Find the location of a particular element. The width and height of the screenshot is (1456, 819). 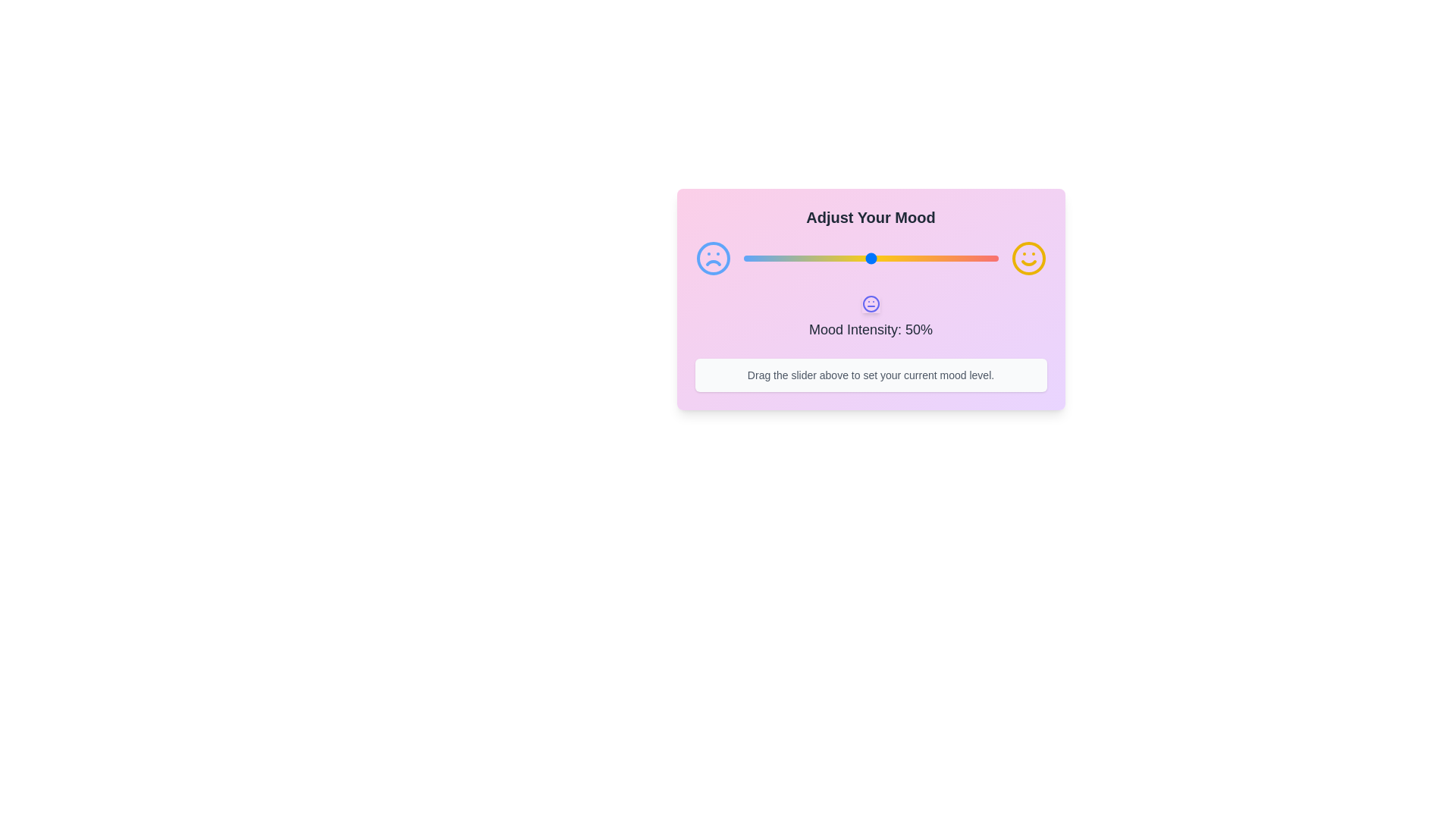

the mood slider to 97% is located at coordinates (990, 257).